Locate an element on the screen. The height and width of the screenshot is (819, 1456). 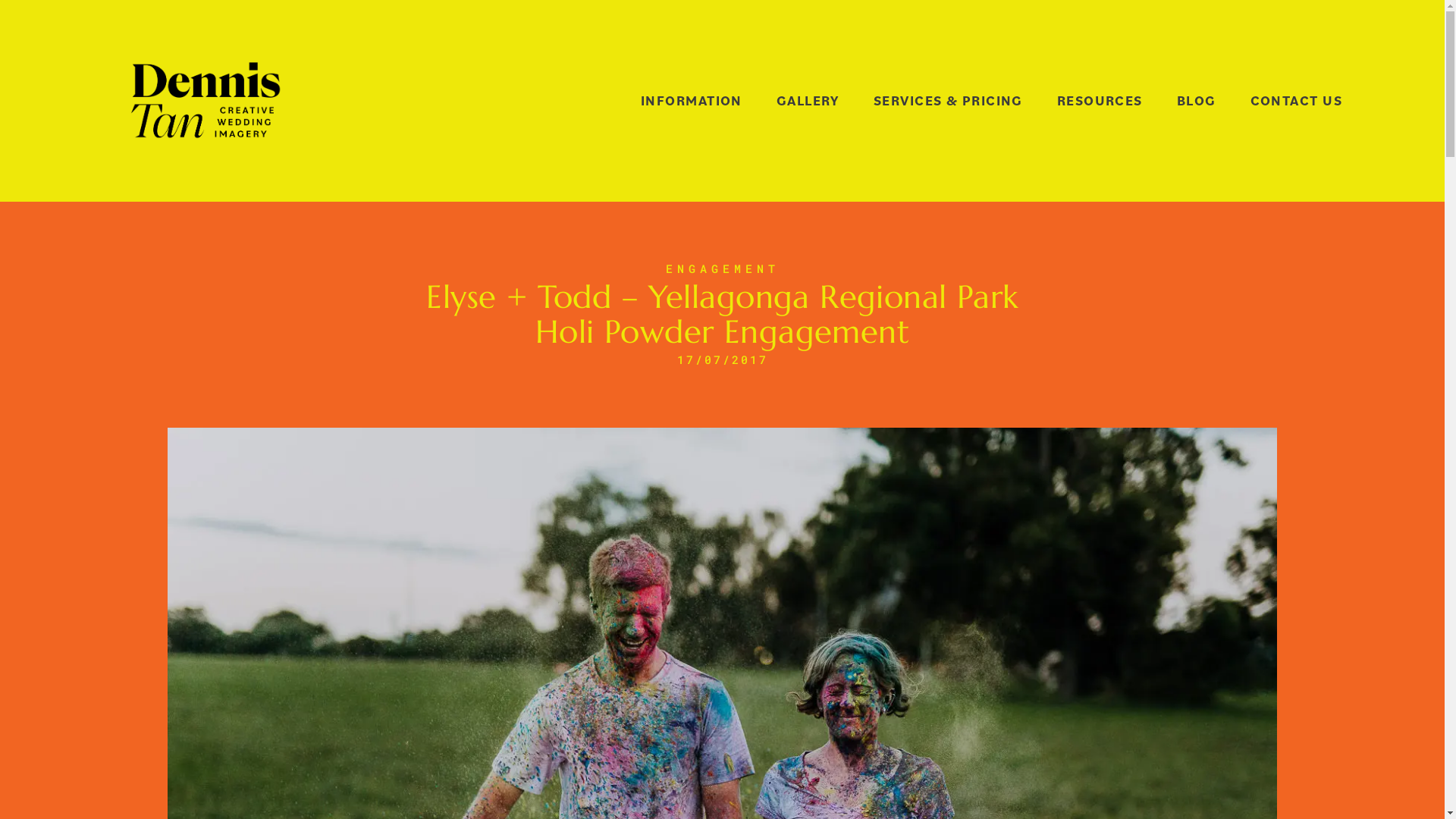
'BLOG' is located at coordinates (1196, 101).